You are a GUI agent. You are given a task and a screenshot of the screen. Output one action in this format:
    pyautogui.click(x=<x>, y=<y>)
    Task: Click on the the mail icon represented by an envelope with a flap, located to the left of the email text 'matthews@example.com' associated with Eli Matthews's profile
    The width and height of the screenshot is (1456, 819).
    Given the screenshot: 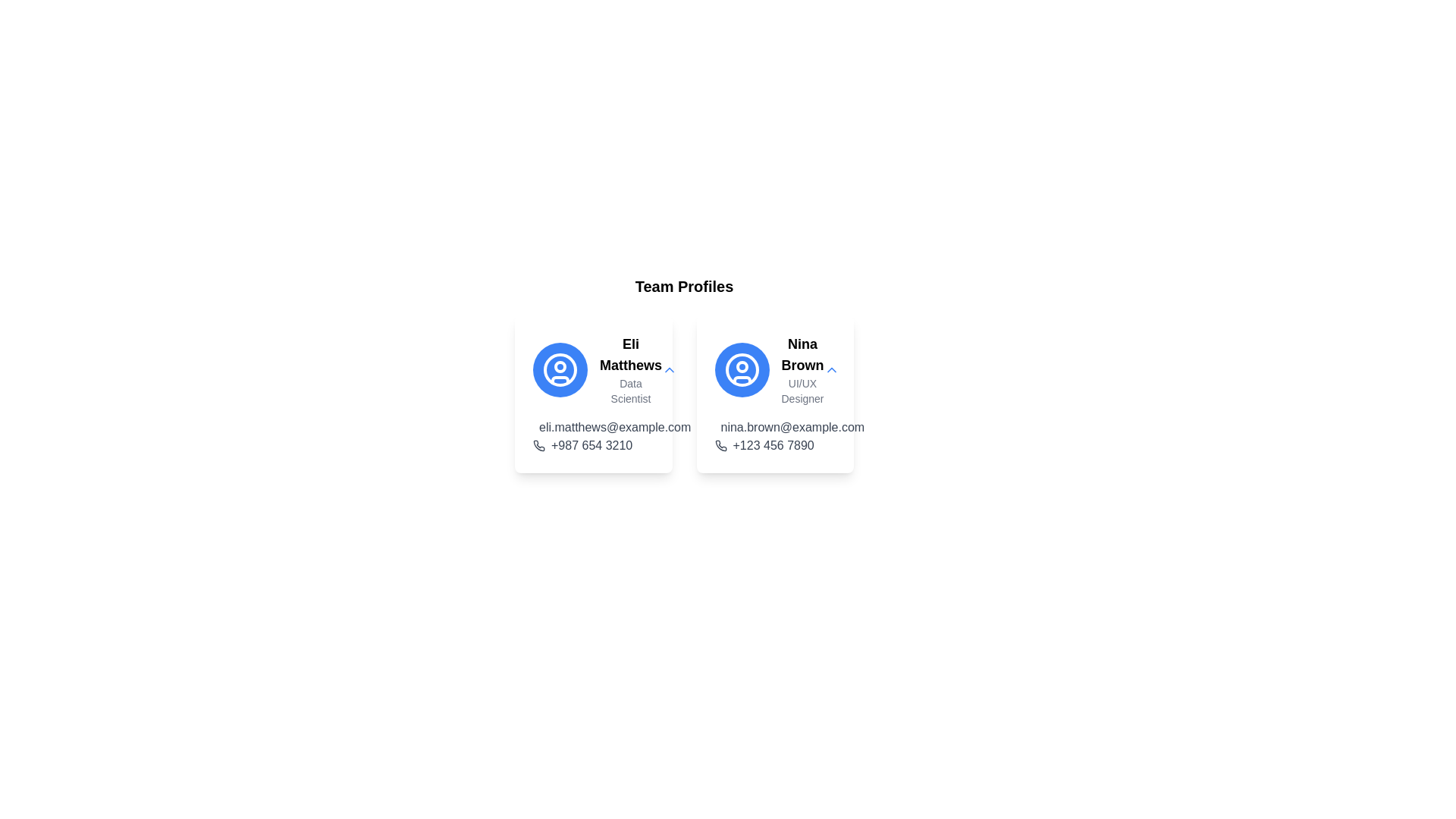 What is the action you would take?
    pyautogui.click(x=542, y=428)
    